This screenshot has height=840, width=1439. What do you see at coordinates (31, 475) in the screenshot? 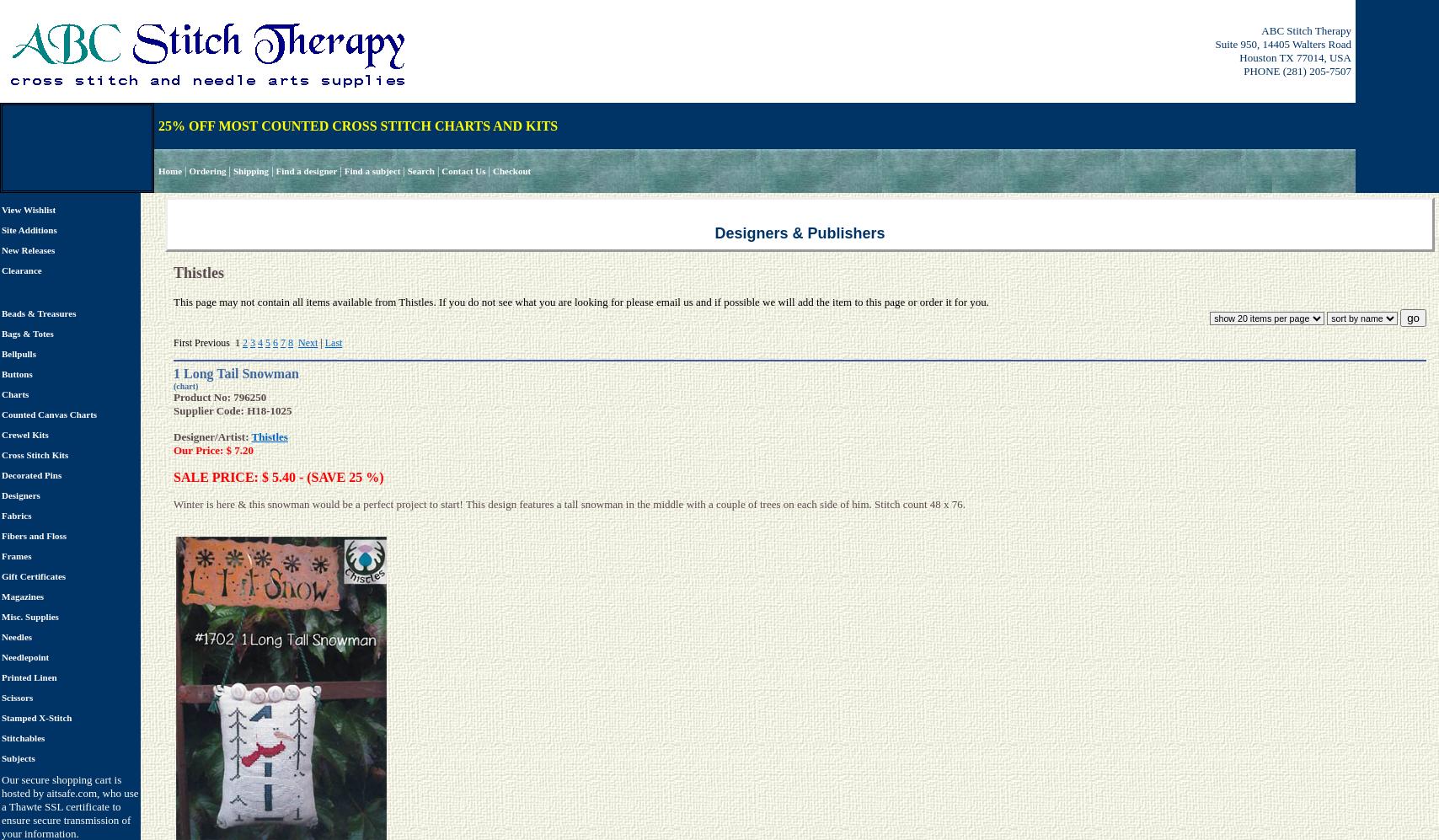
I see `'Decorated Pins'` at bounding box center [31, 475].